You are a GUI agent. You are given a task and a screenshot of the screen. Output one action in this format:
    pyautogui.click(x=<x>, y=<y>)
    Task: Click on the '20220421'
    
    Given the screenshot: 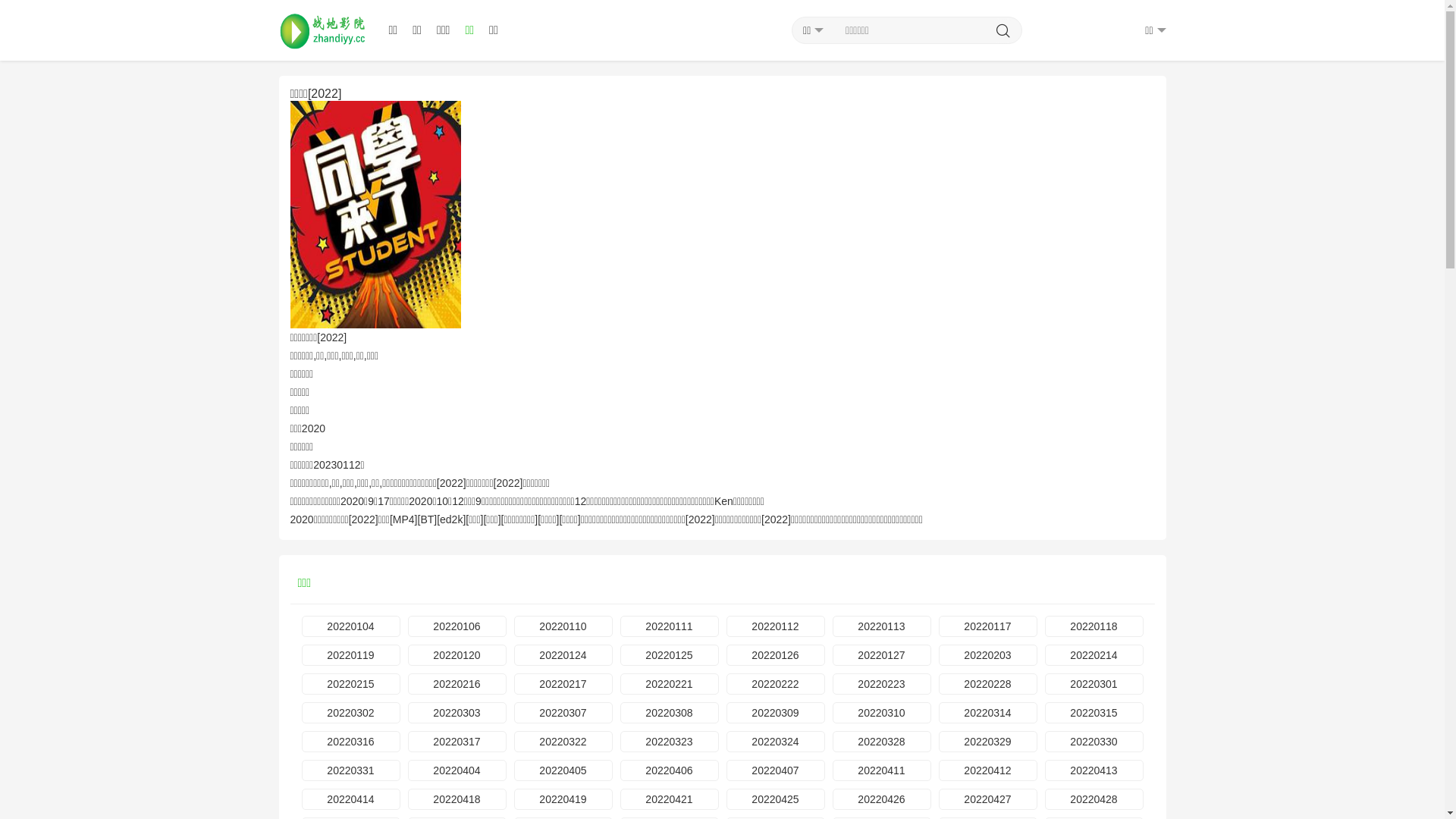 What is the action you would take?
    pyautogui.click(x=669, y=798)
    